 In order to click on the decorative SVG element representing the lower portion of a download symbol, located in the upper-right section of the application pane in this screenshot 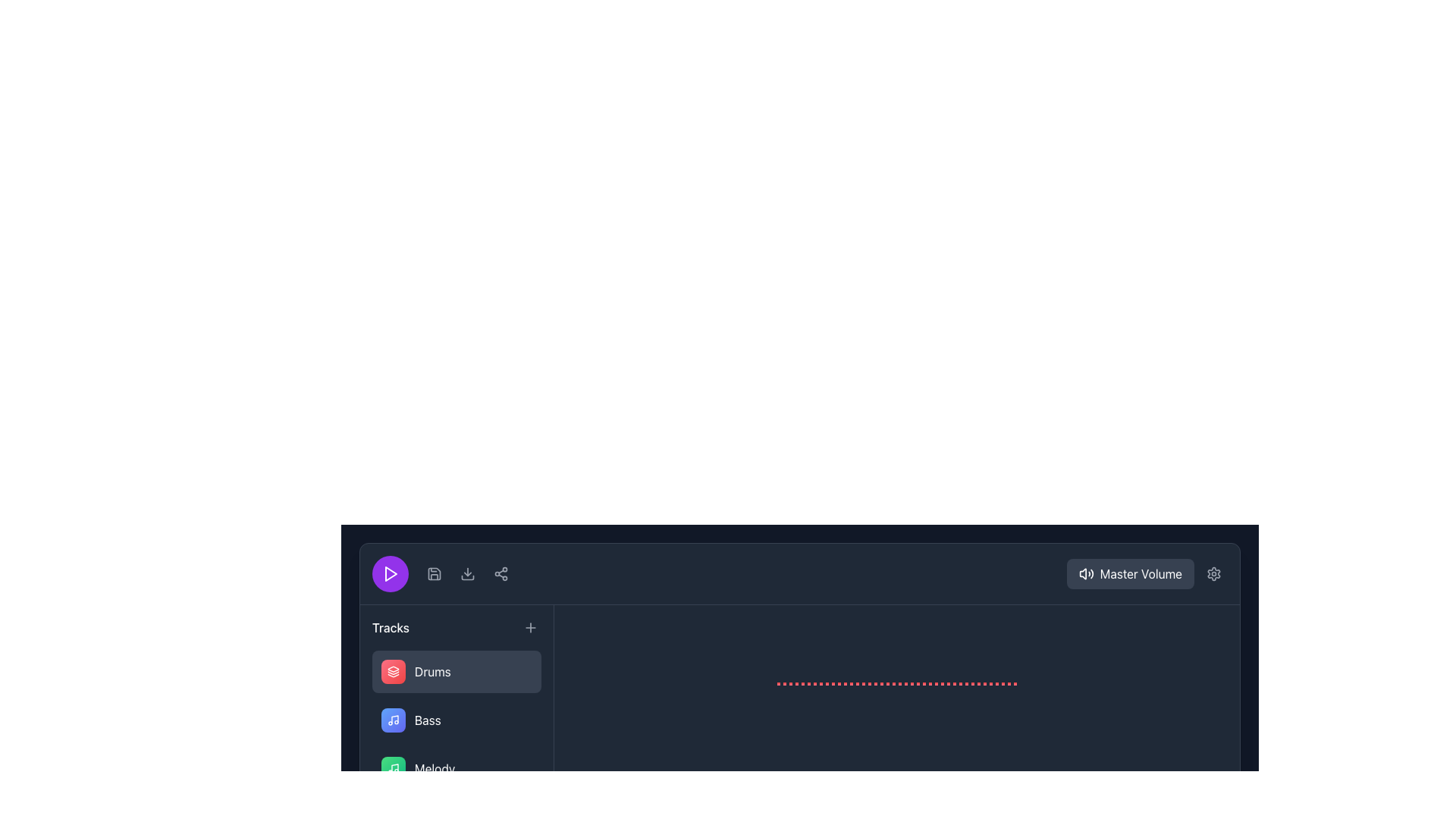, I will do `click(467, 578)`.